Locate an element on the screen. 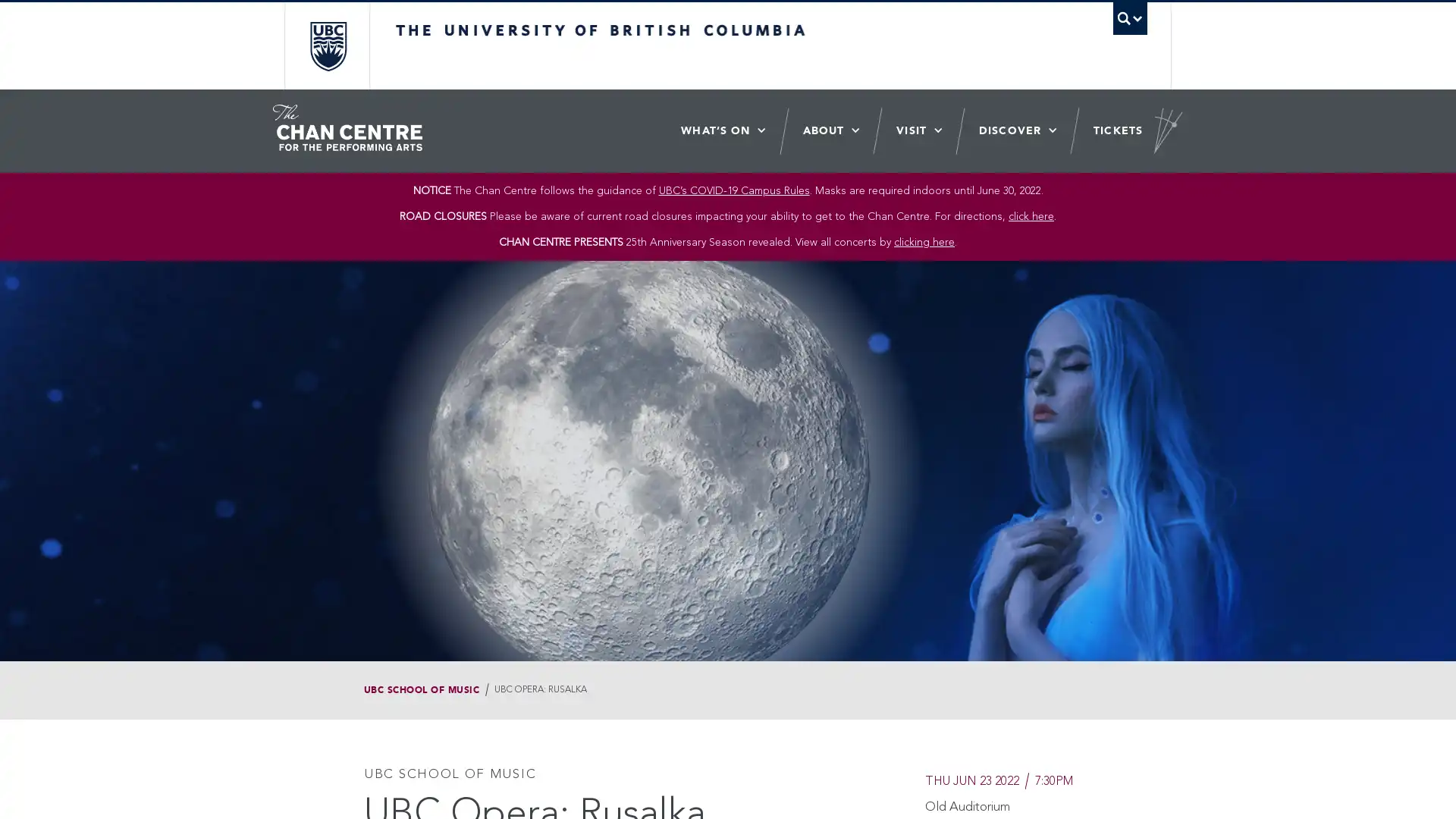 The height and width of the screenshot is (819, 1456). Subscribe is located at coordinates (831, 406).